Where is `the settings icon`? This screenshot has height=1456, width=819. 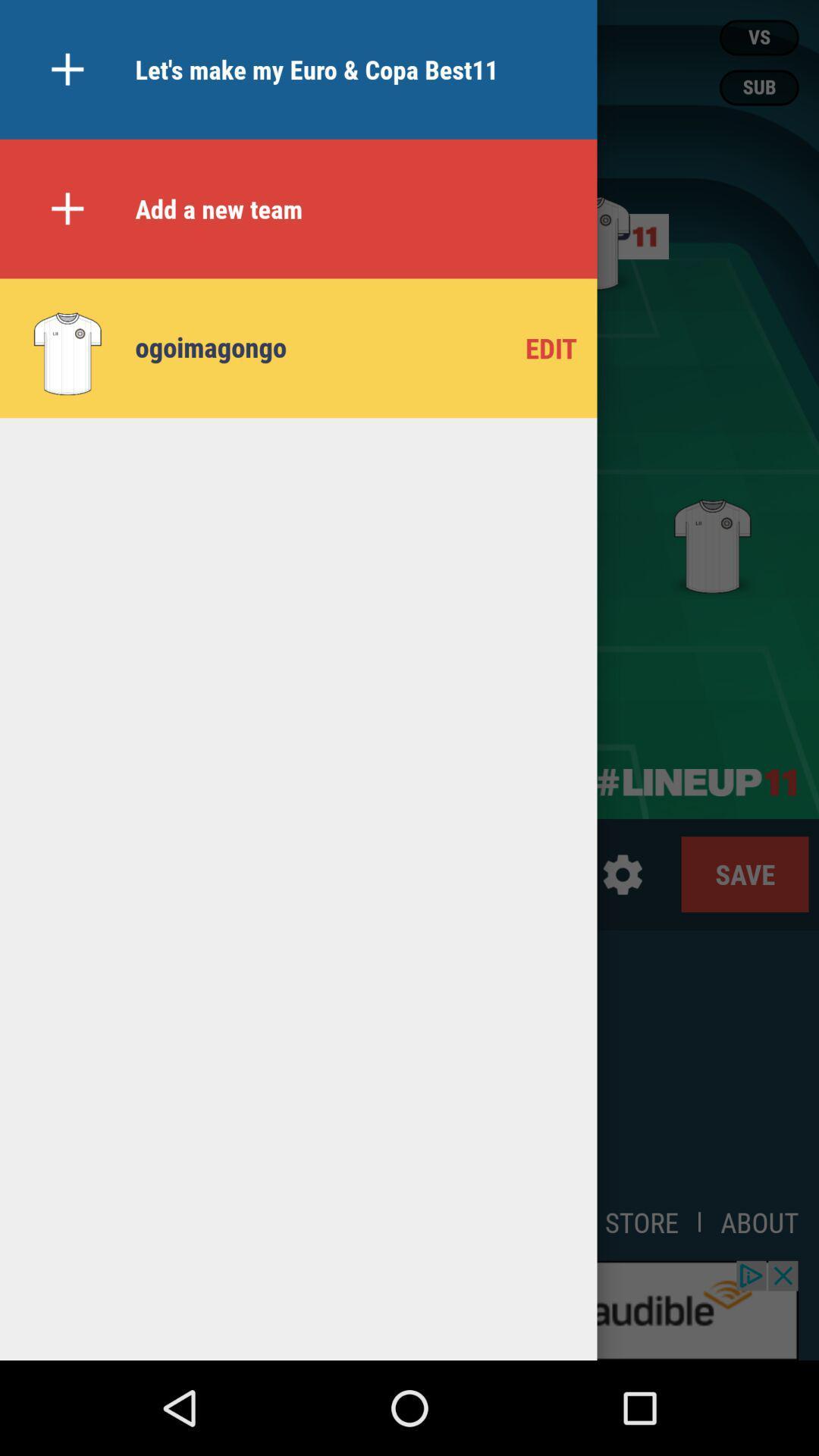 the settings icon is located at coordinates (623, 874).